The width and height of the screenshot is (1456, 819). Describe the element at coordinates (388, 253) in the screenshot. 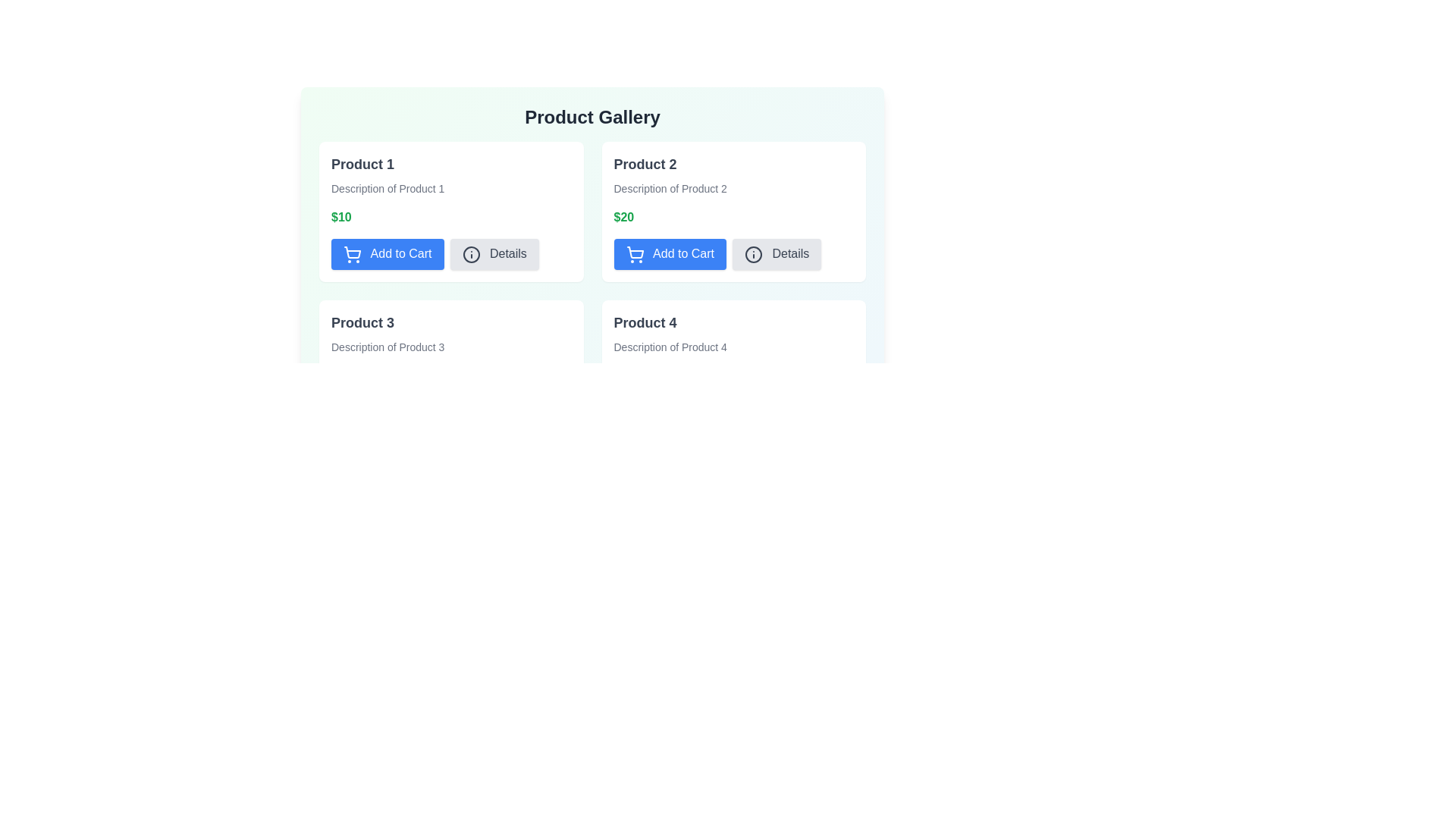

I see `the 'Add to Cart' button, which is the leftmost button in the product card's bottom section` at that location.